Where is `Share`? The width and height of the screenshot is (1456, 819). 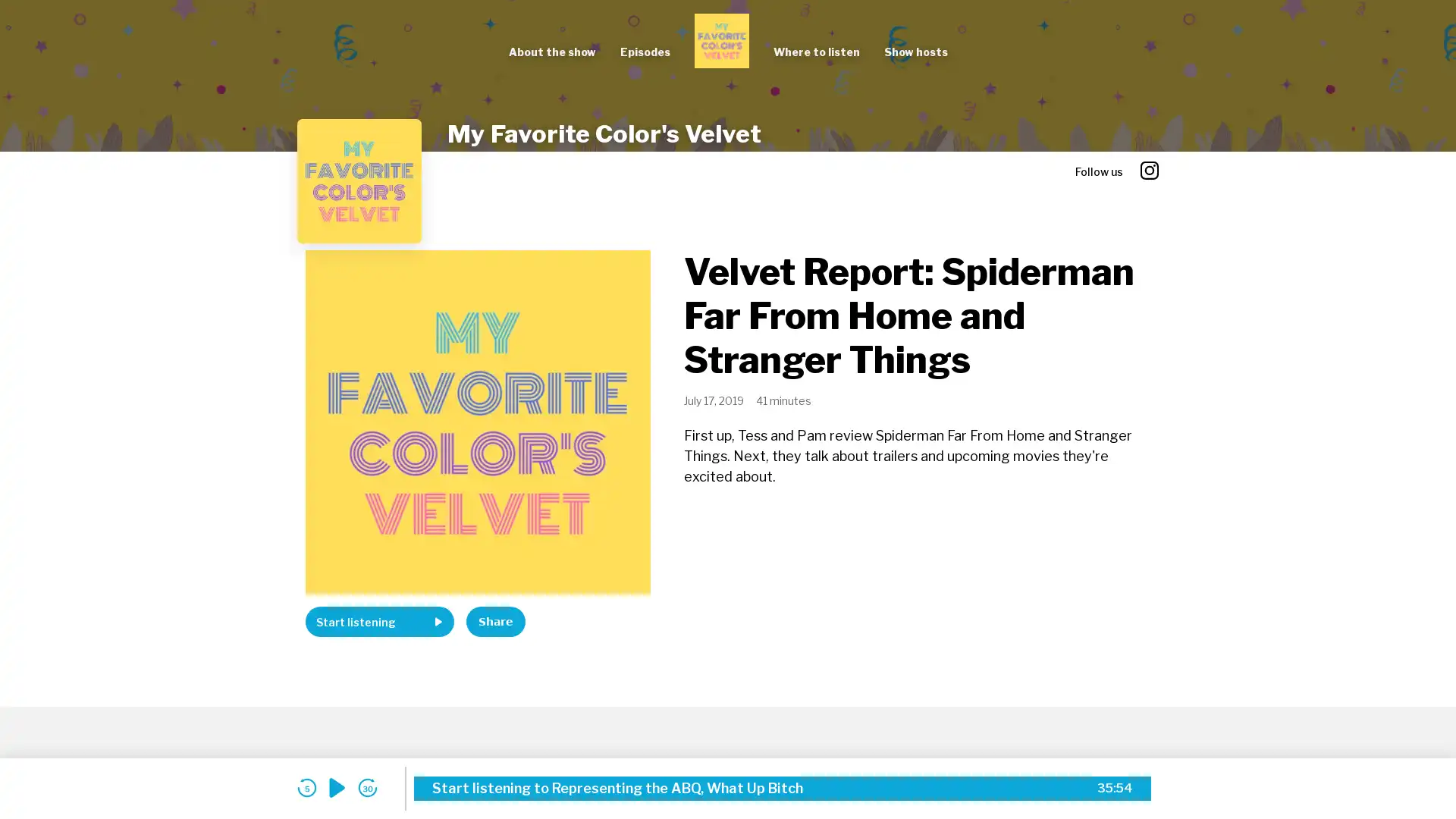
Share is located at coordinates (495, 622).